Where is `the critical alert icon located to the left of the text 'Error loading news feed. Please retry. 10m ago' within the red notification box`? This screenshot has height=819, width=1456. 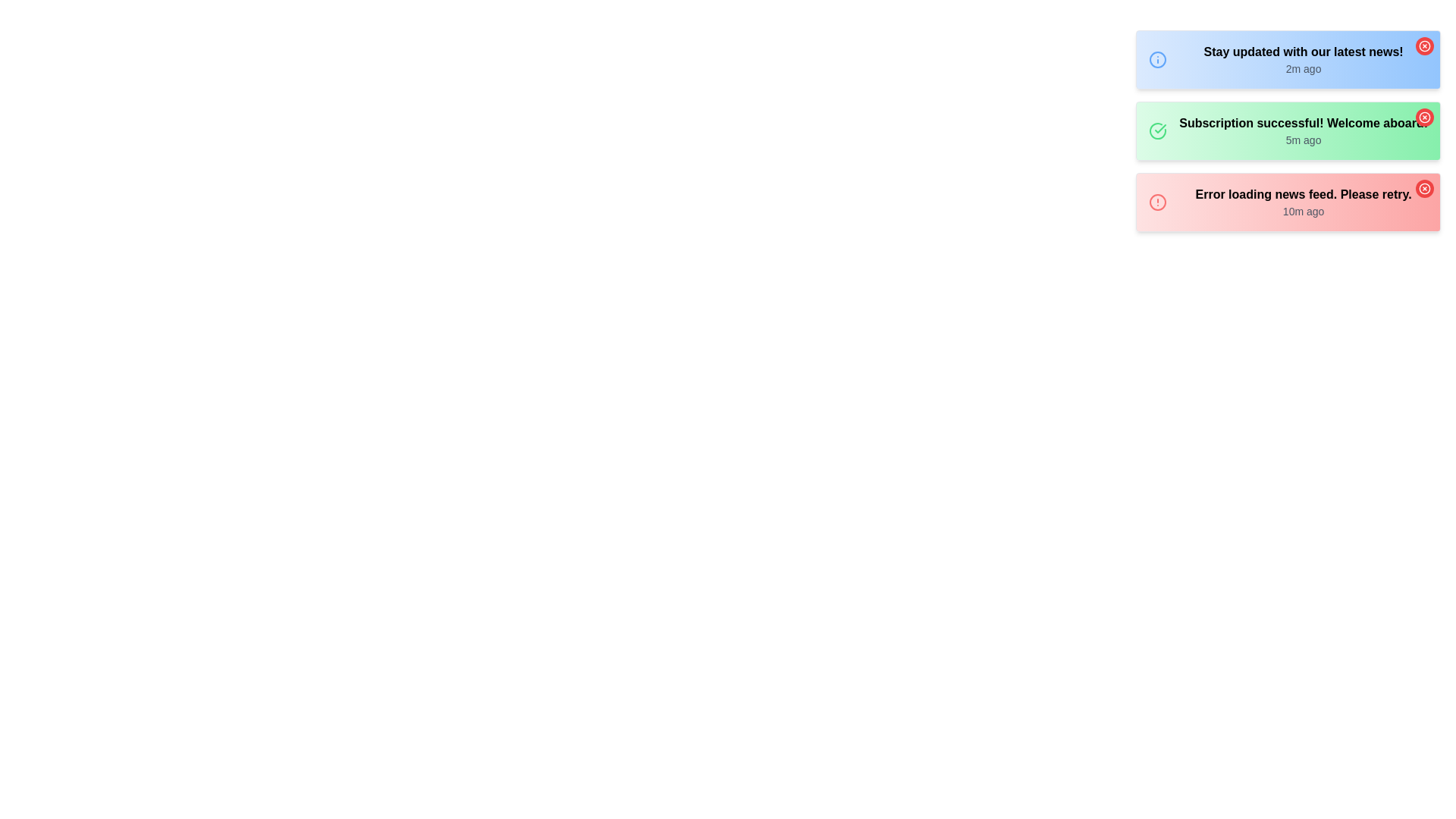
the critical alert icon located to the left of the text 'Error loading news feed. Please retry. 10m ago' within the red notification box is located at coordinates (1157, 201).